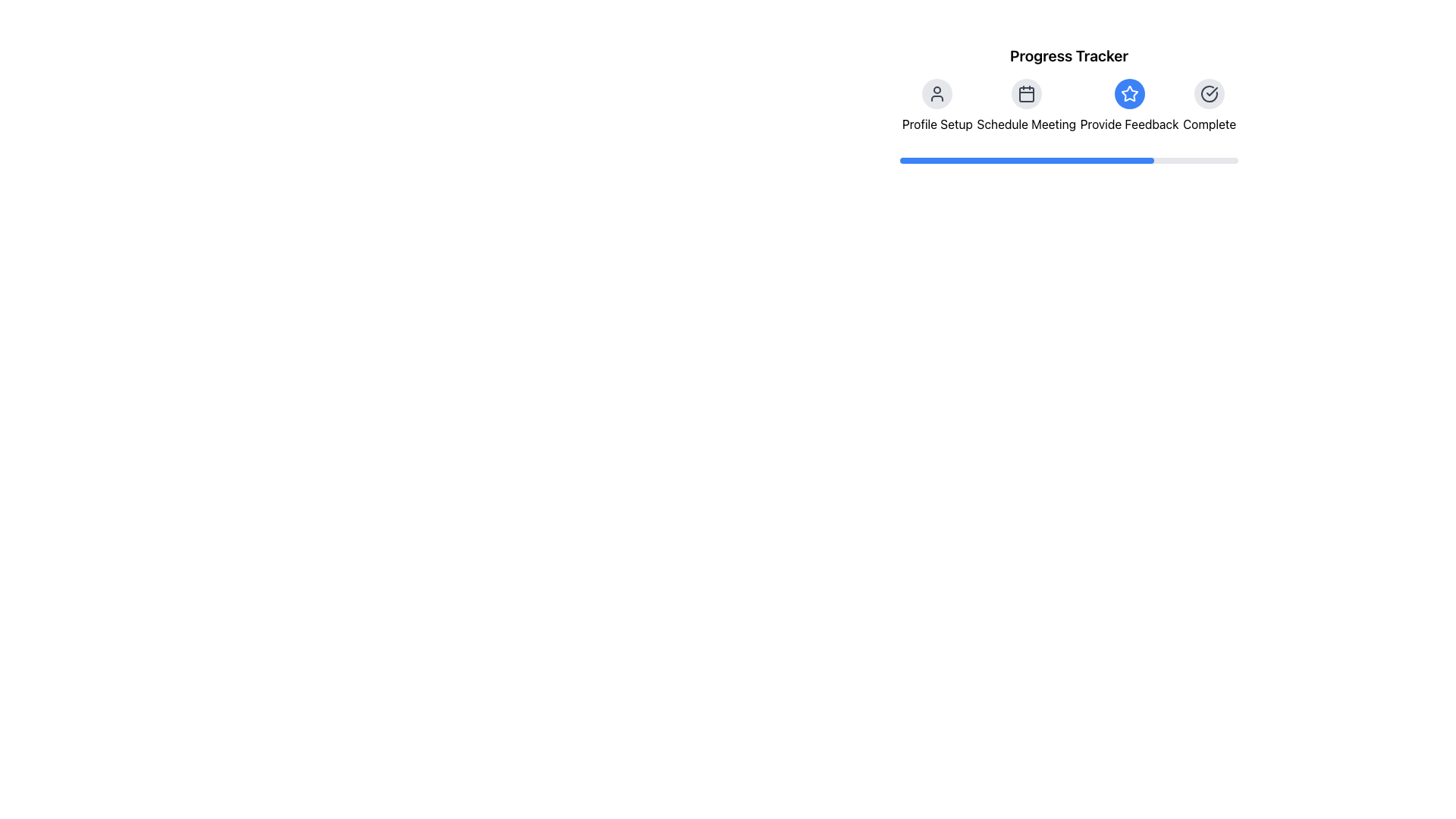 Image resolution: width=1456 pixels, height=819 pixels. What do you see at coordinates (1211, 91) in the screenshot?
I see `the checkmark icon indicating completion or success, located at the right side of the navigation section in the progress tracker` at bounding box center [1211, 91].